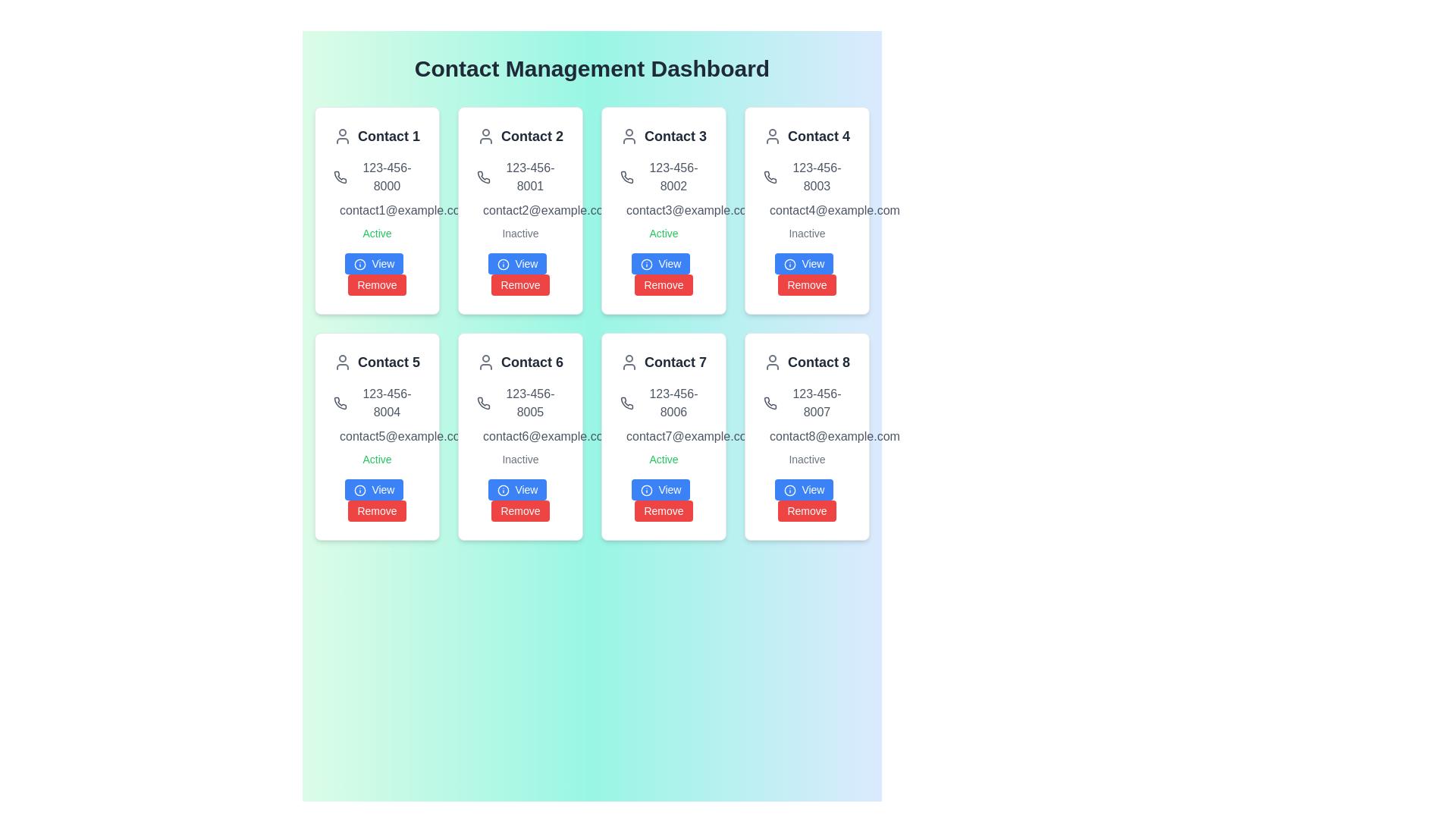 Image resolution: width=1456 pixels, height=819 pixels. What do you see at coordinates (770, 403) in the screenshot?
I see `the phone icon located in the bottom-right corner of the 'Contact 8' card, which serves as an interactive element for the contact's phone number` at bounding box center [770, 403].